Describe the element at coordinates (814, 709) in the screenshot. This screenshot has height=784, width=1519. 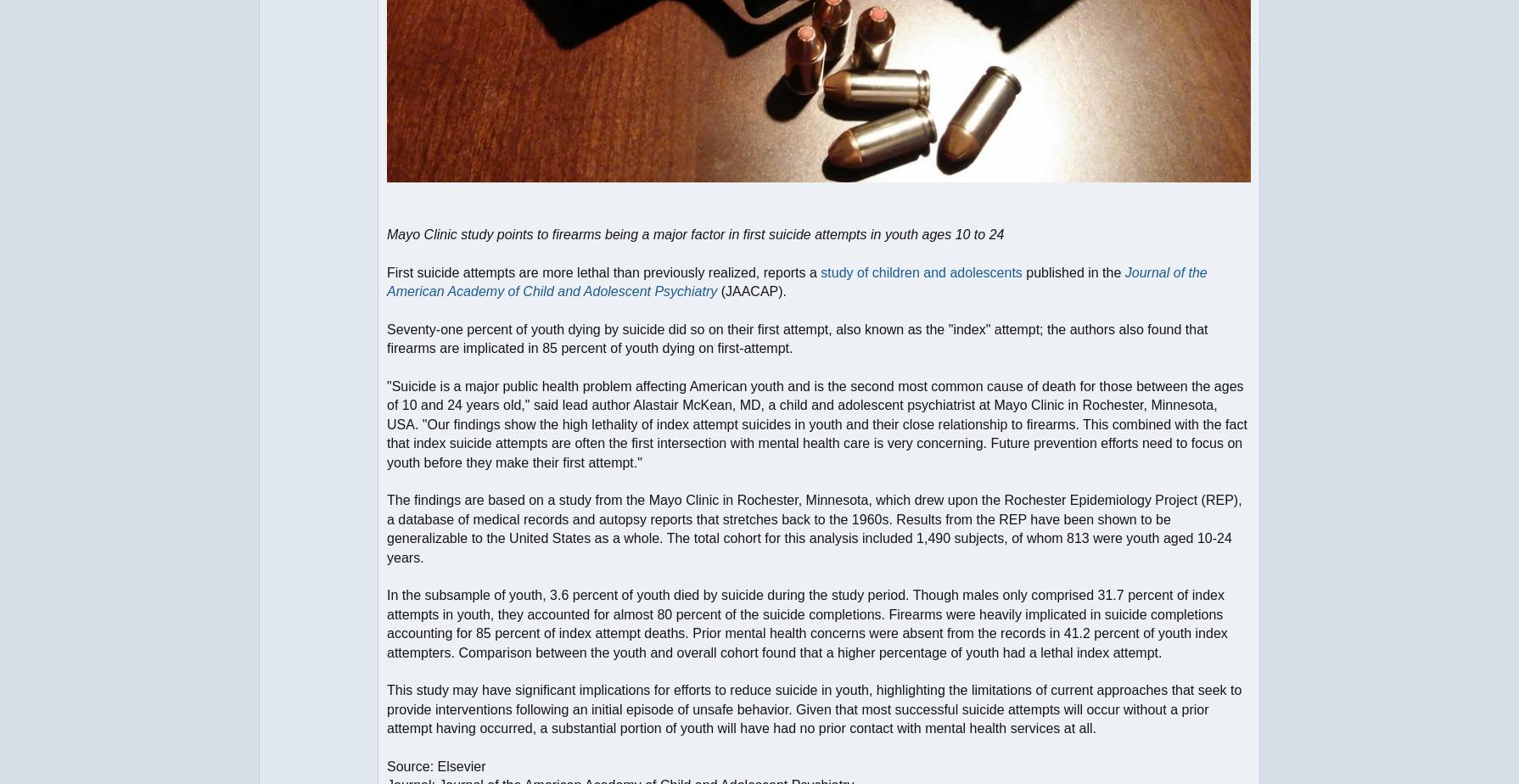
I see `'This study may have significant implications for efforts to reduce suicide in youth, highlighting the limitations of current approaches that seek to provide interventions following an initial episode of unsafe behavior. Given that most successful suicide attempts will occur without a prior attempt having occurred, a substantial portion of youth will have had no prior contact with mental health services at all.'` at that location.